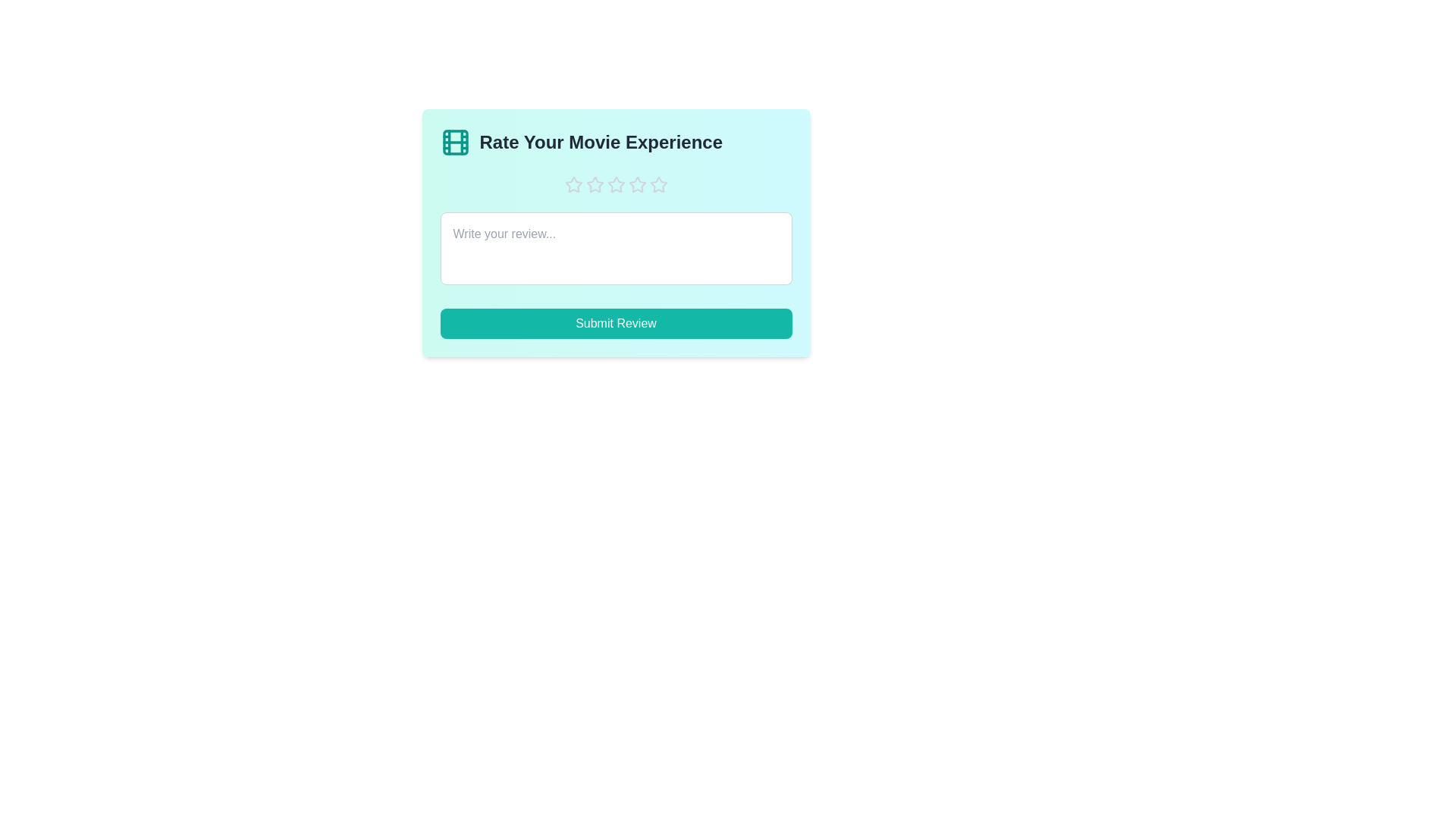 The width and height of the screenshot is (1456, 819). Describe the element at coordinates (616, 184) in the screenshot. I see `the star corresponding to the rating 3 to set the movie experience rating` at that location.